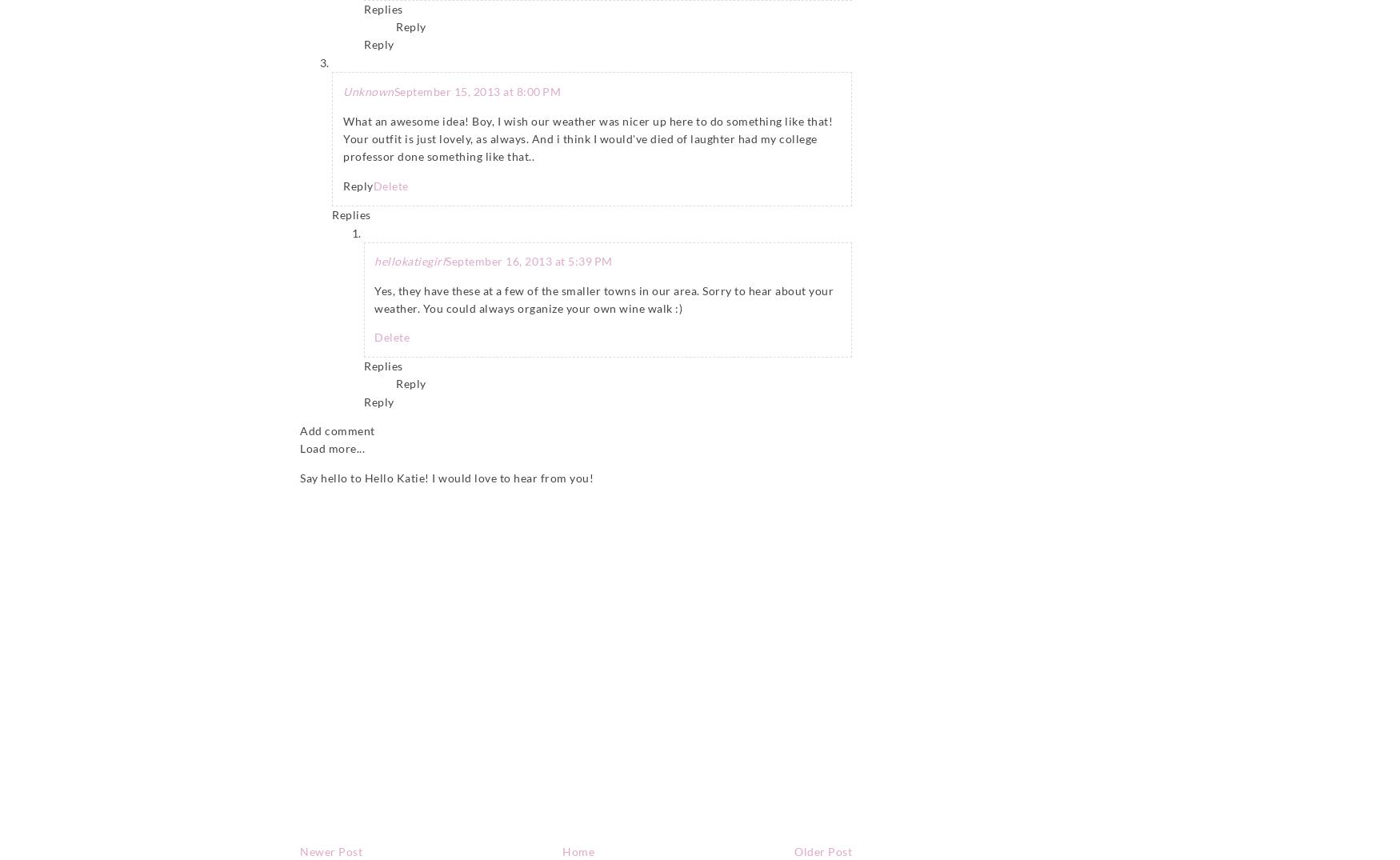  What do you see at coordinates (300, 430) in the screenshot?
I see `'Add comment'` at bounding box center [300, 430].